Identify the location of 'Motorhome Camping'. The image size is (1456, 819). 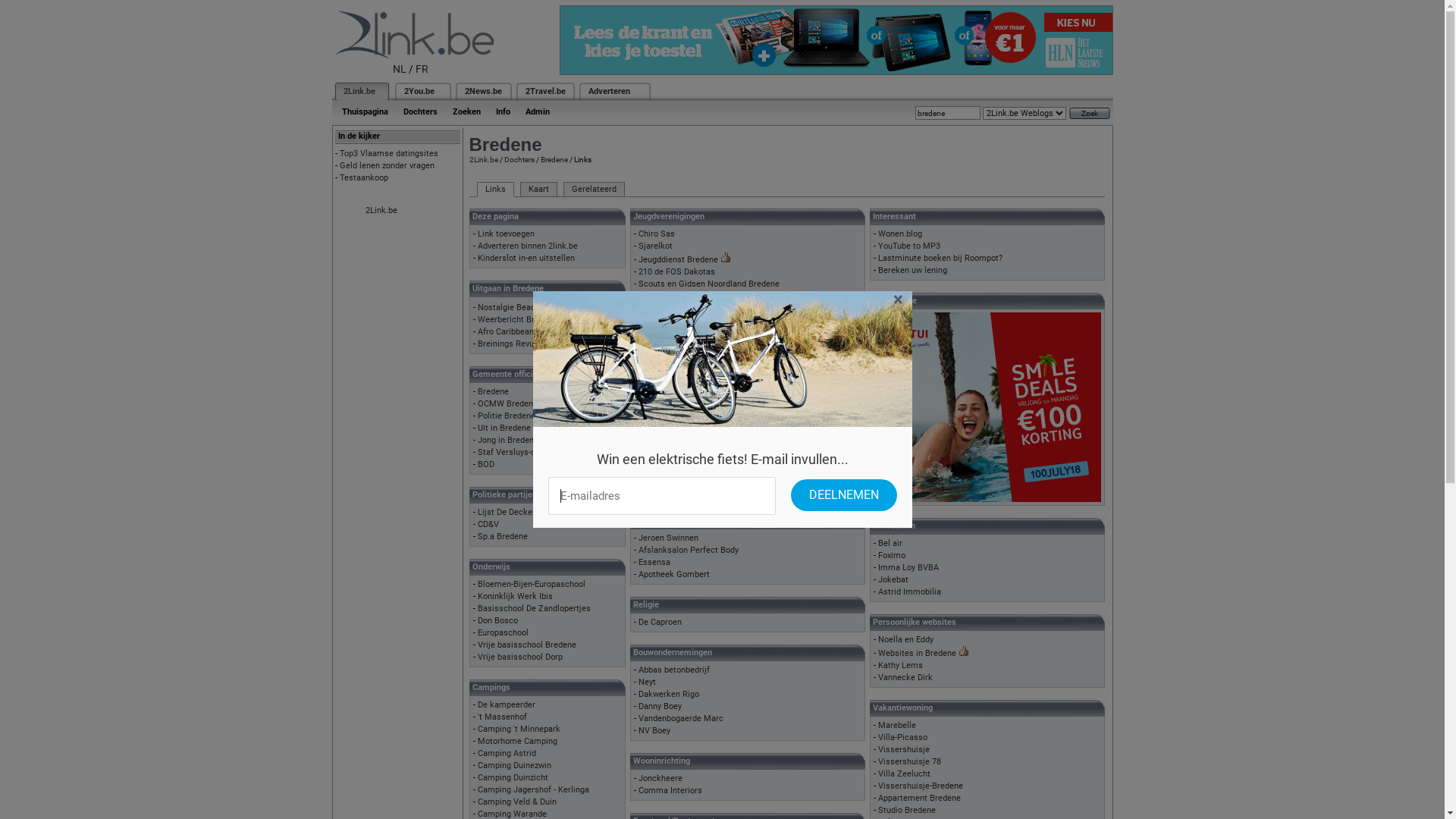
(517, 740).